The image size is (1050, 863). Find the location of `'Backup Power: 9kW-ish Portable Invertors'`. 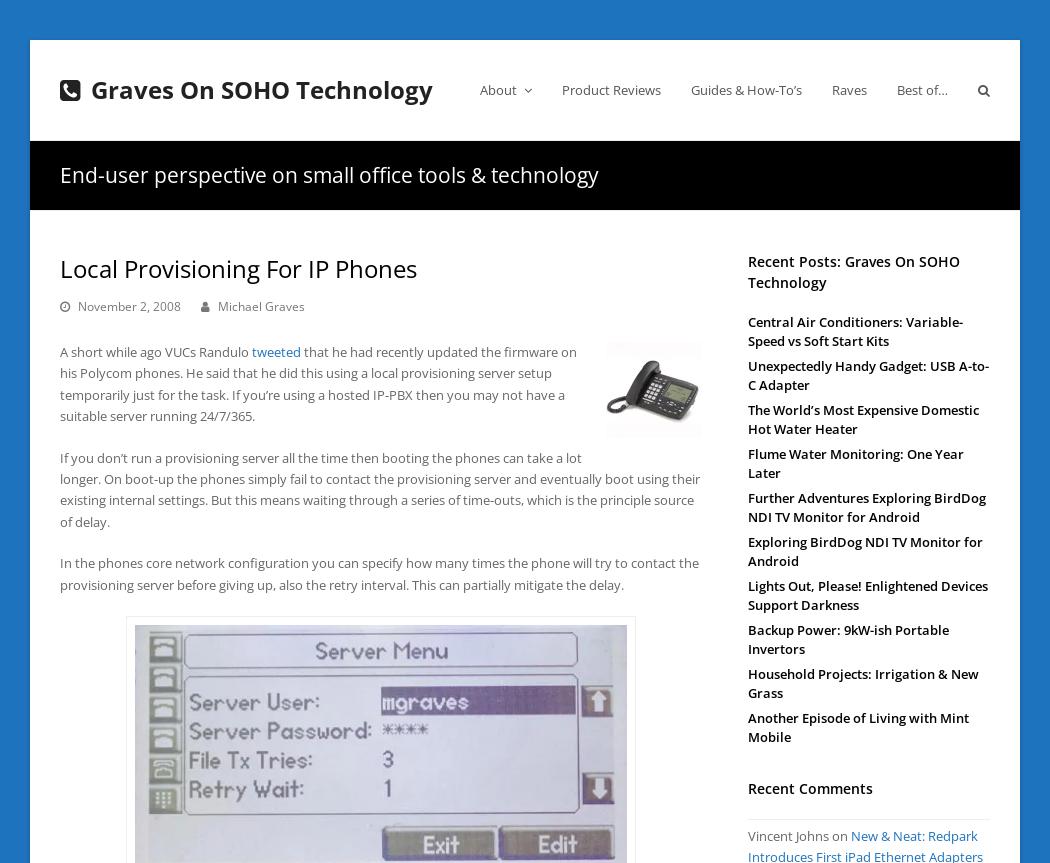

'Backup Power: 9kW-ish Portable Invertors' is located at coordinates (747, 637).